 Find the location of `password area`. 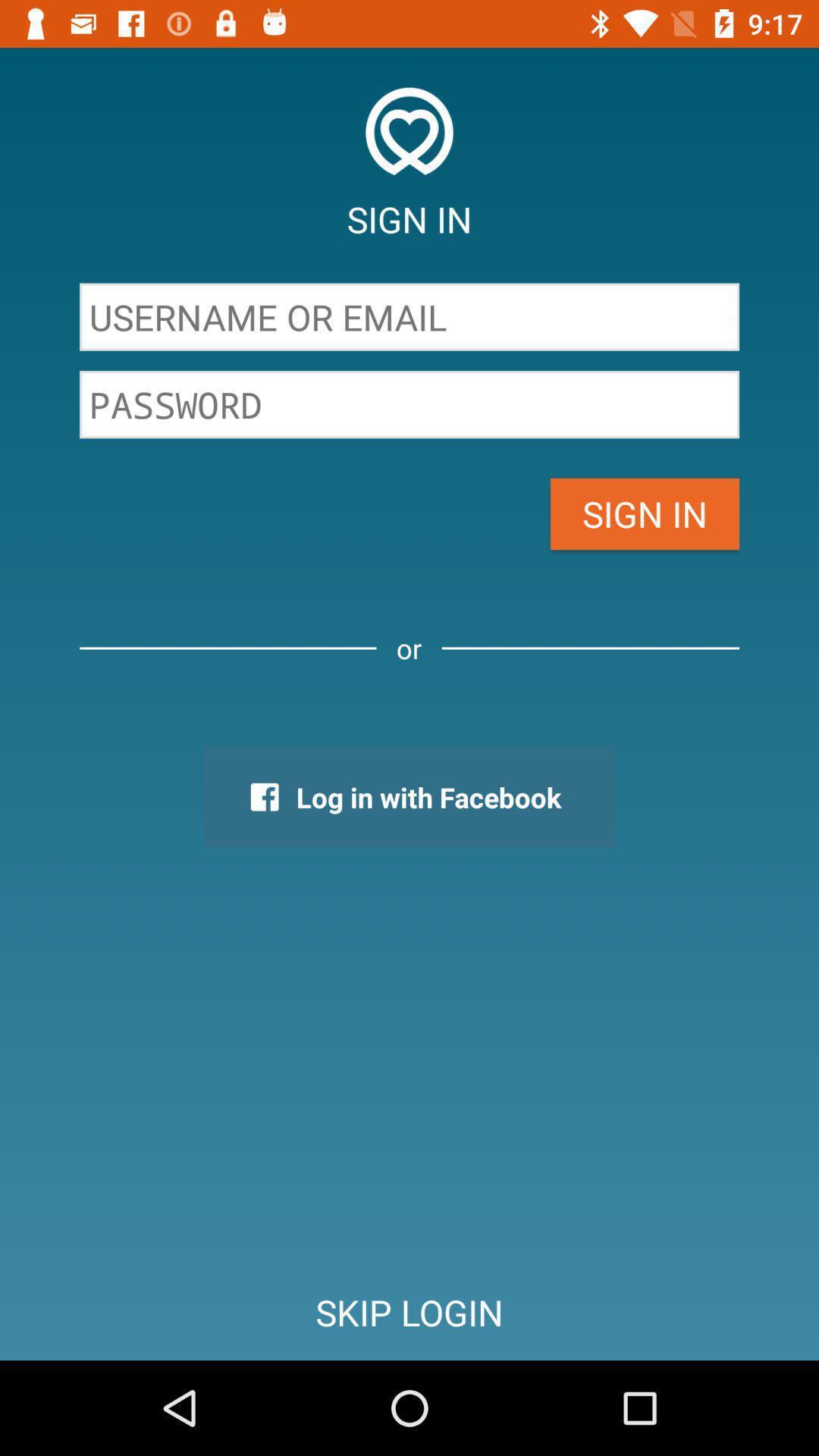

password area is located at coordinates (409, 404).